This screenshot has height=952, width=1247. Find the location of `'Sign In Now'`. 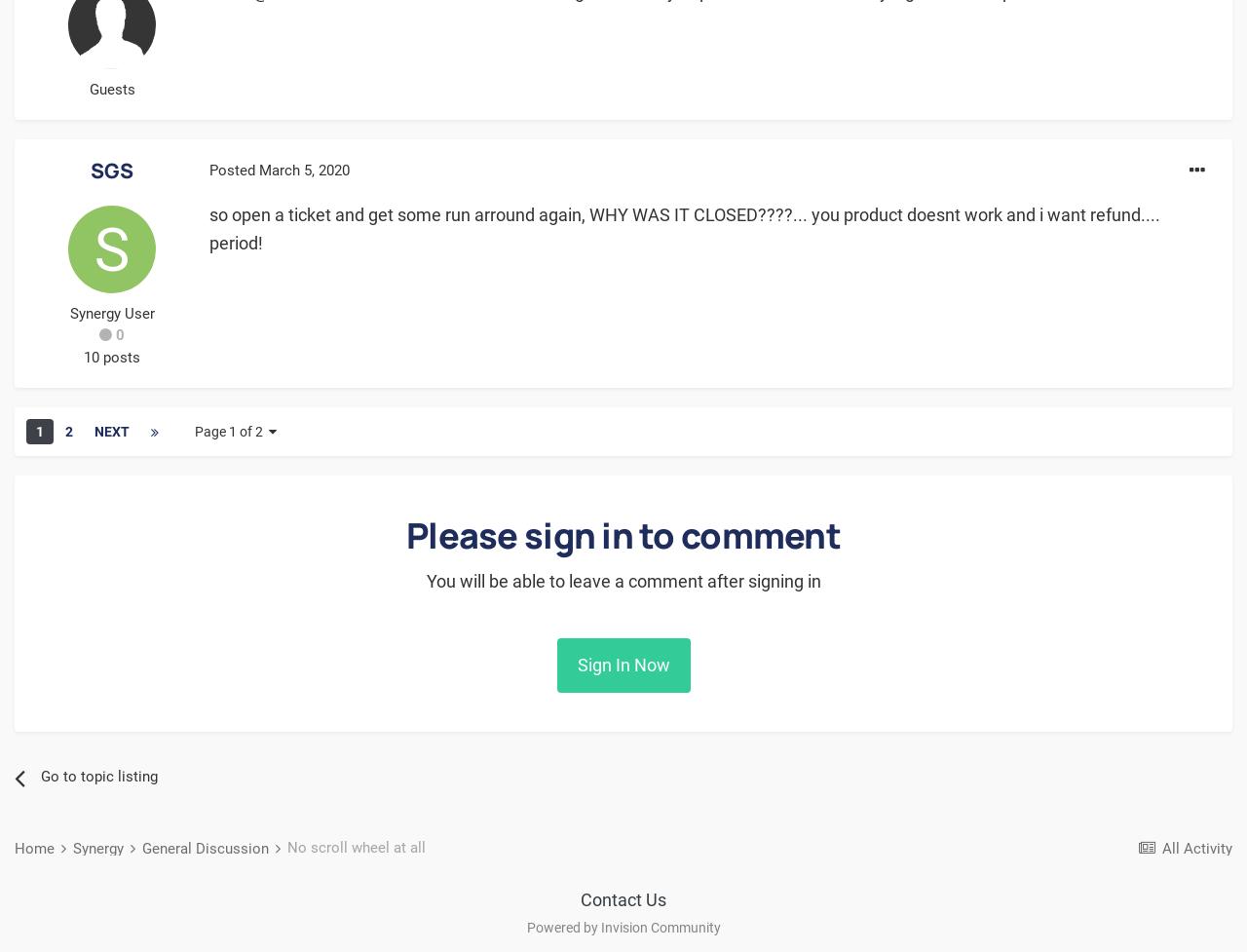

'Sign In Now' is located at coordinates (622, 665).